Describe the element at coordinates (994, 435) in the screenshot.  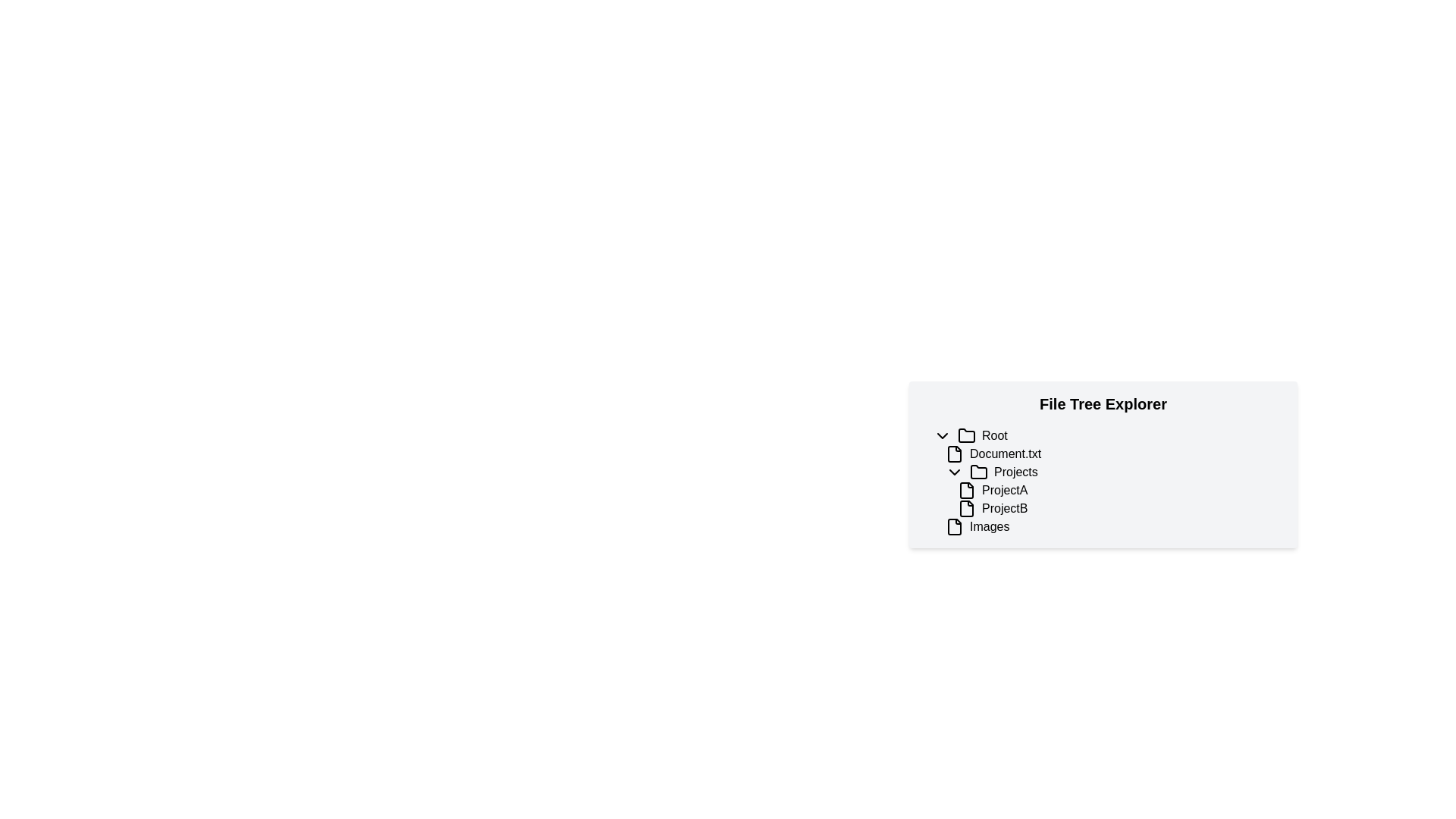
I see `the 'Root' text label, which is the label for the top-level folder` at that location.